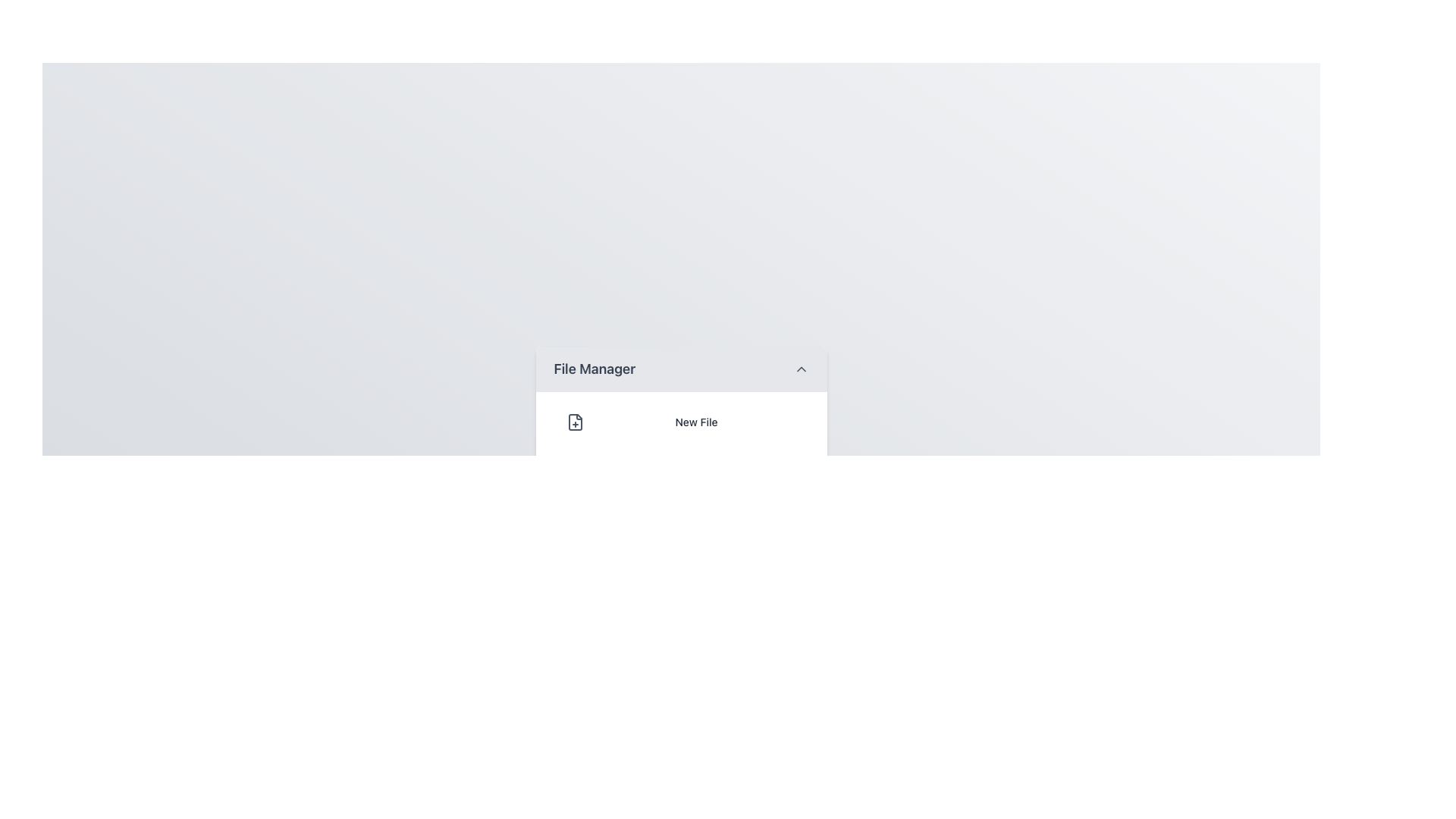 Image resolution: width=1456 pixels, height=819 pixels. I want to click on the chevron-up icon located at the top-right corner of the 'File Manager' header to change its color to a darker gray, so click(800, 369).